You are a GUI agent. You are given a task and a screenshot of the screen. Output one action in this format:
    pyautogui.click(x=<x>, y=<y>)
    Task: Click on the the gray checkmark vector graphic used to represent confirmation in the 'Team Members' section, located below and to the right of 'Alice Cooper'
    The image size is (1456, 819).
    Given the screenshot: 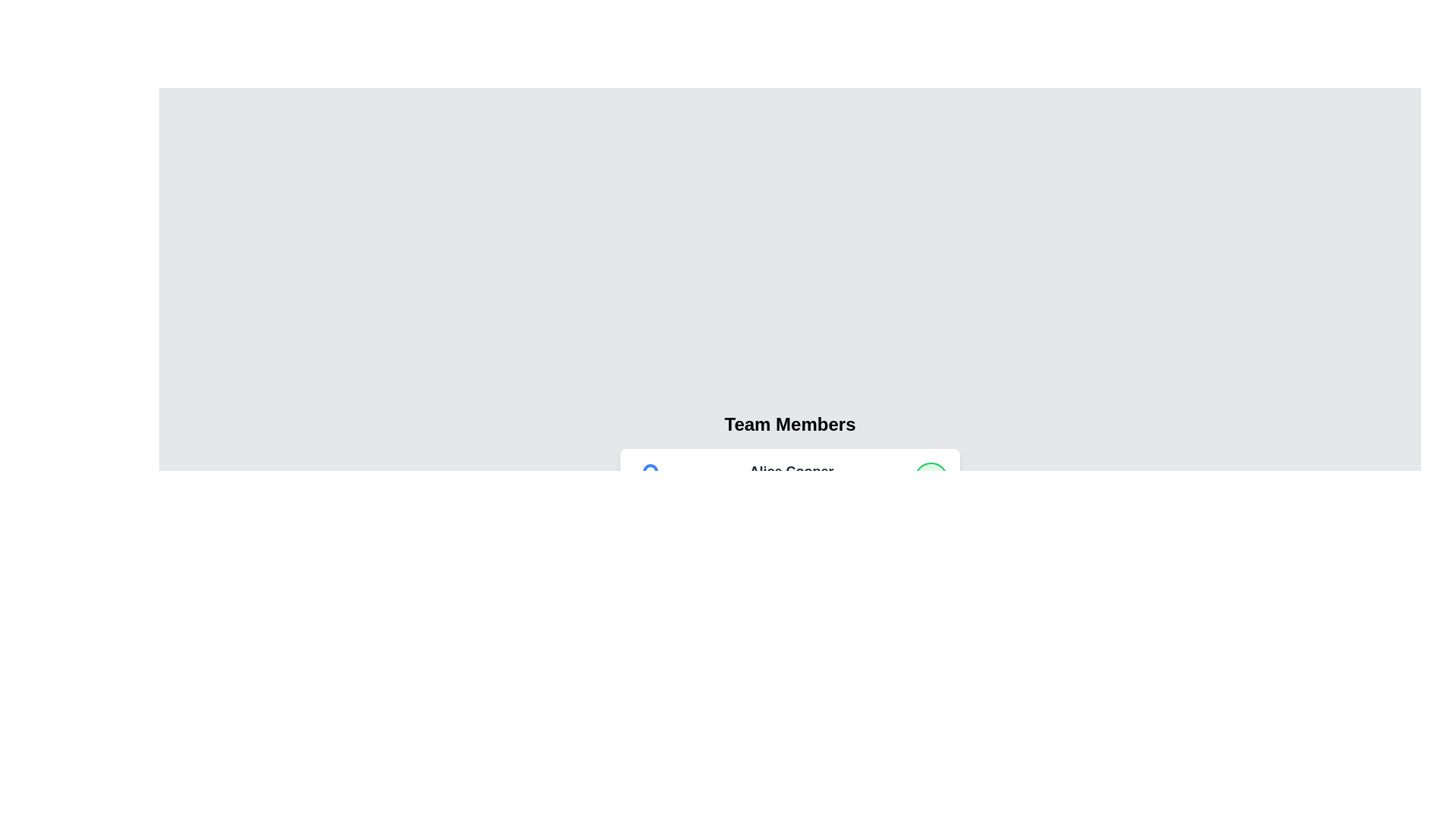 What is the action you would take?
    pyautogui.click(x=930, y=551)
    